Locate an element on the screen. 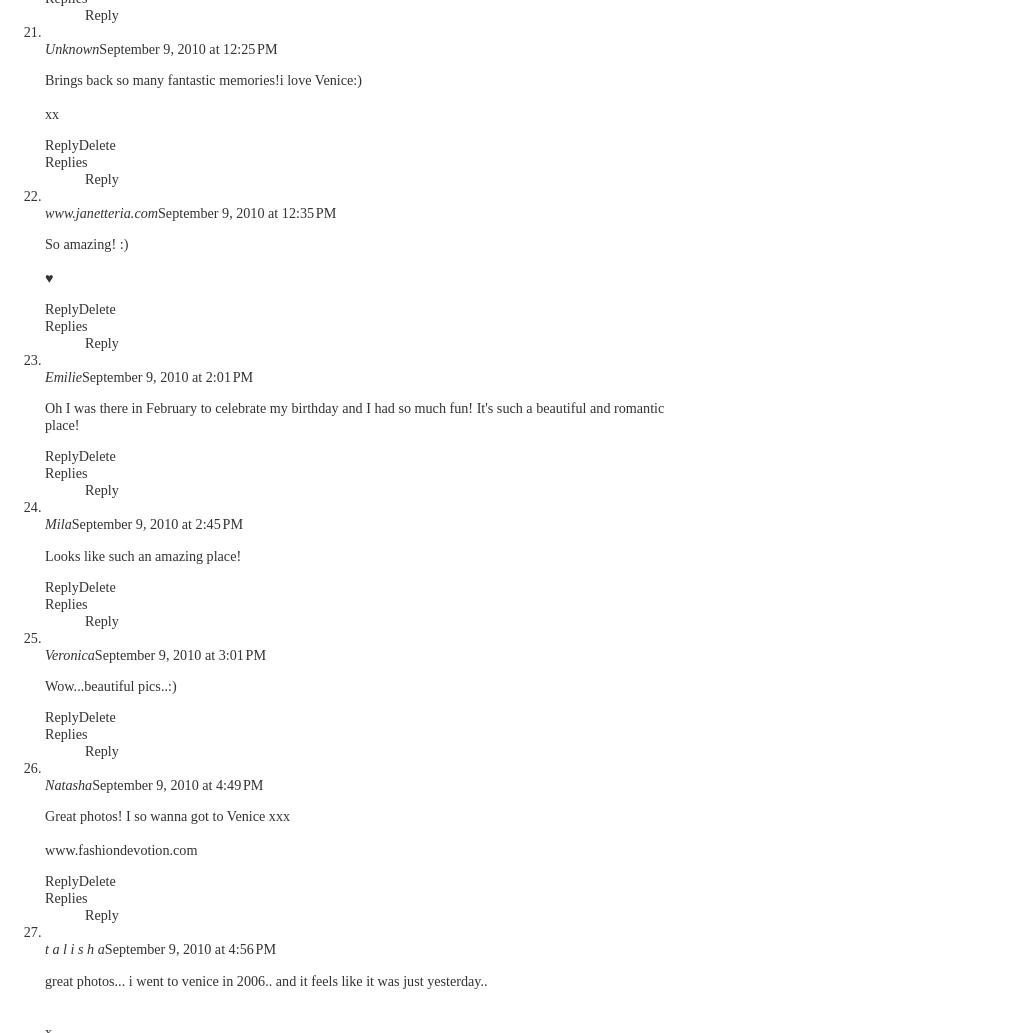 This screenshot has height=1033, width=1012. 'September 9, 2010 at 4:49 PM' is located at coordinates (177, 784).